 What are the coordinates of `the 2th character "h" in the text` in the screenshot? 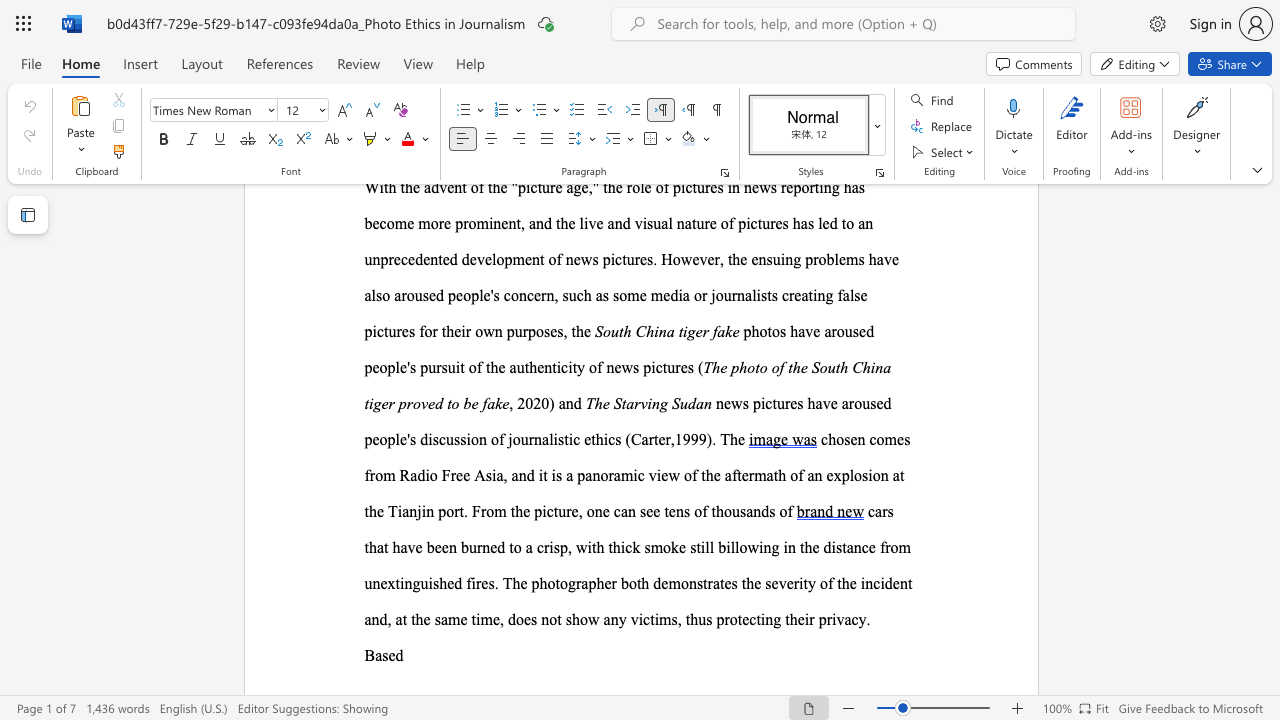 It's located at (599, 583).